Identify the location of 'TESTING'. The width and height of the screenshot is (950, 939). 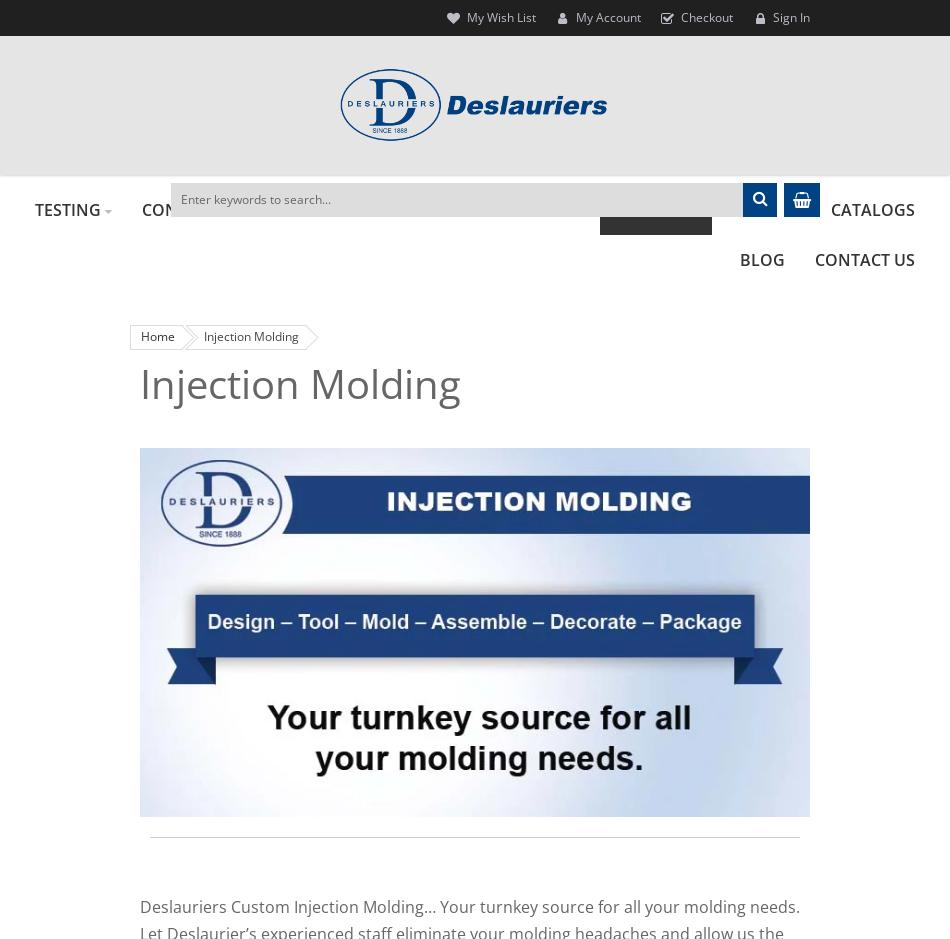
(68, 208).